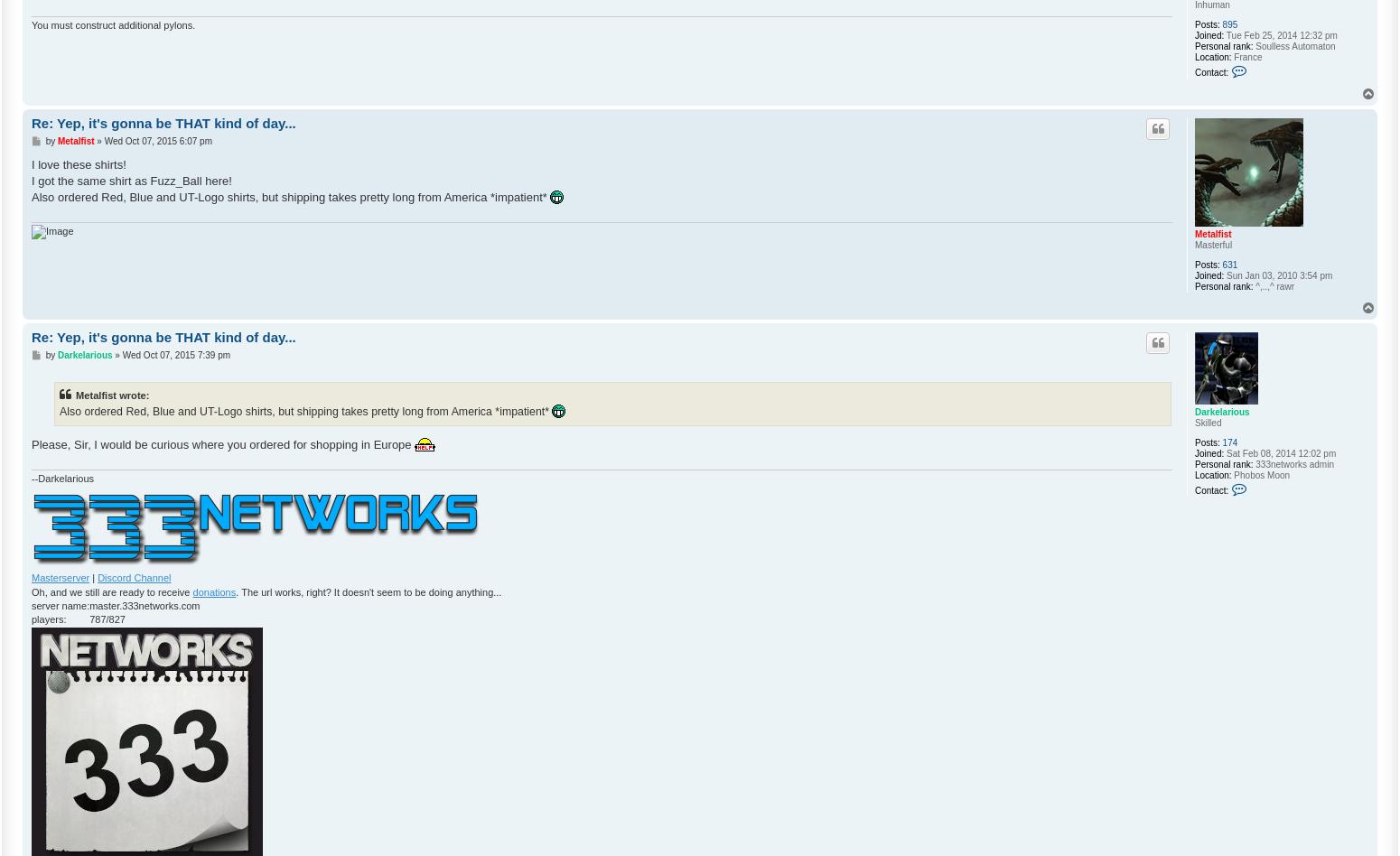  I want to click on 'Metalfist wrote:', so click(112, 394).